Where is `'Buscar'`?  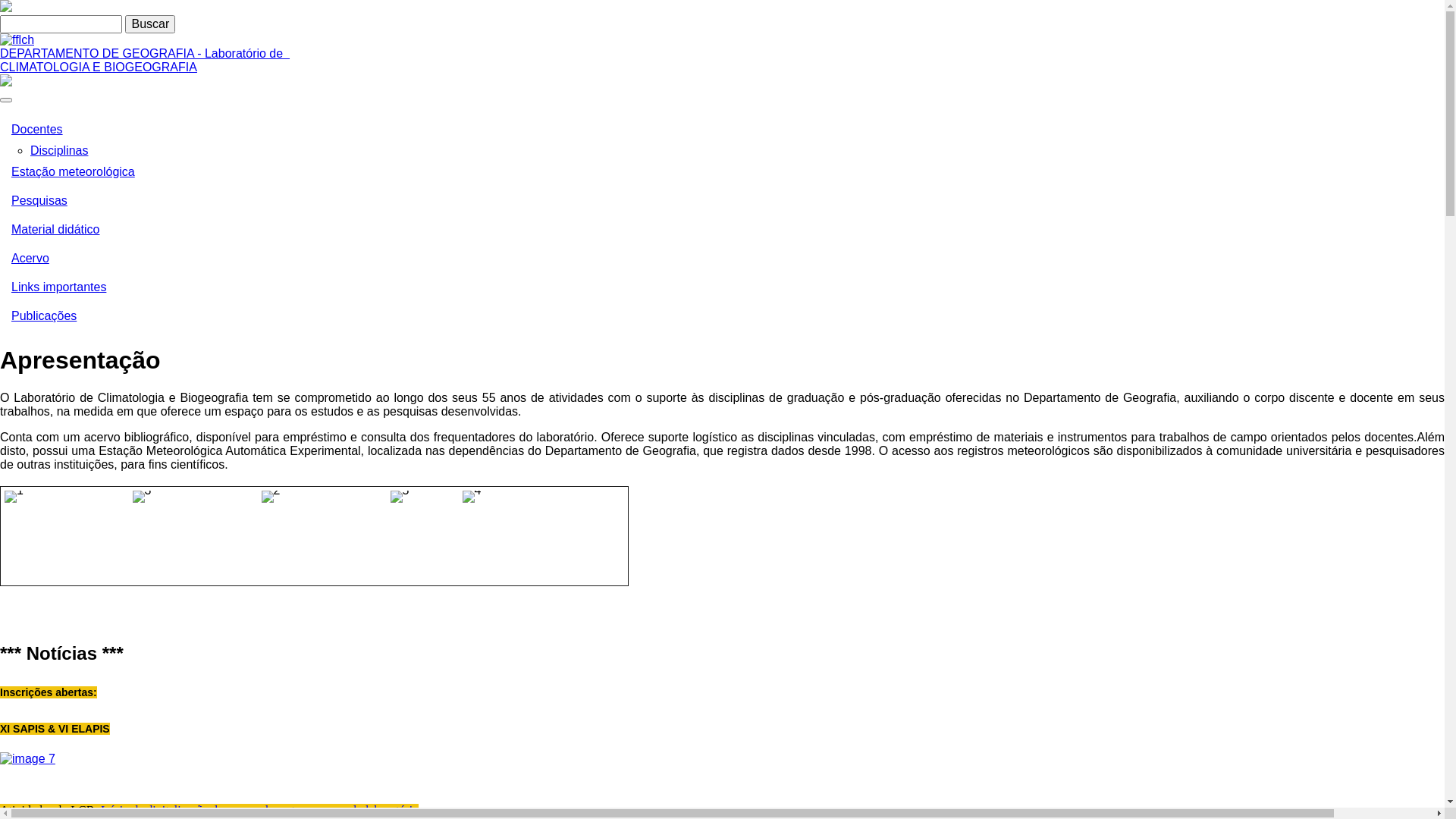 'Buscar' is located at coordinates (149, 24).